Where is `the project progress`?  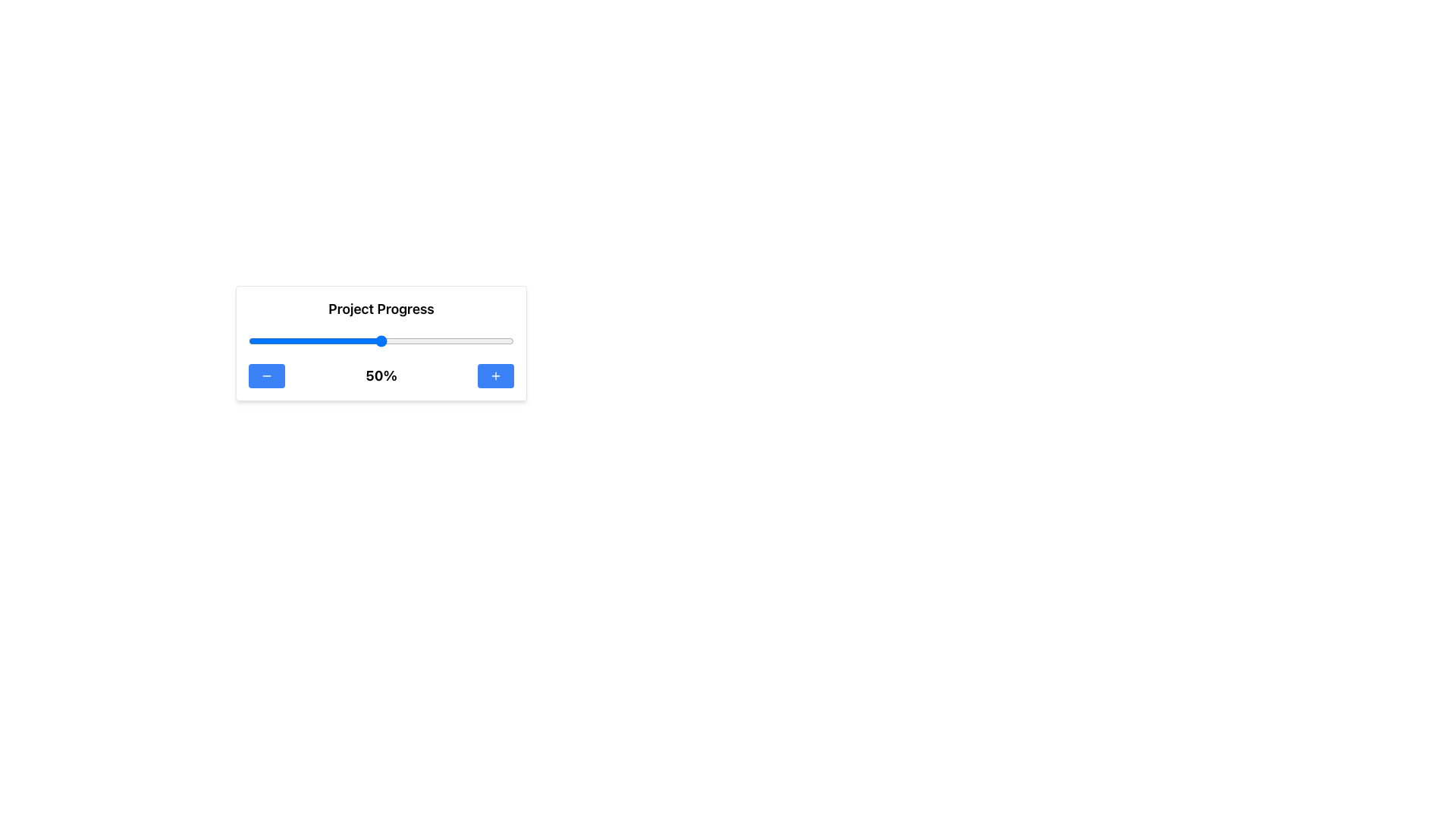
the project progress is located at coordinates (403, 341).